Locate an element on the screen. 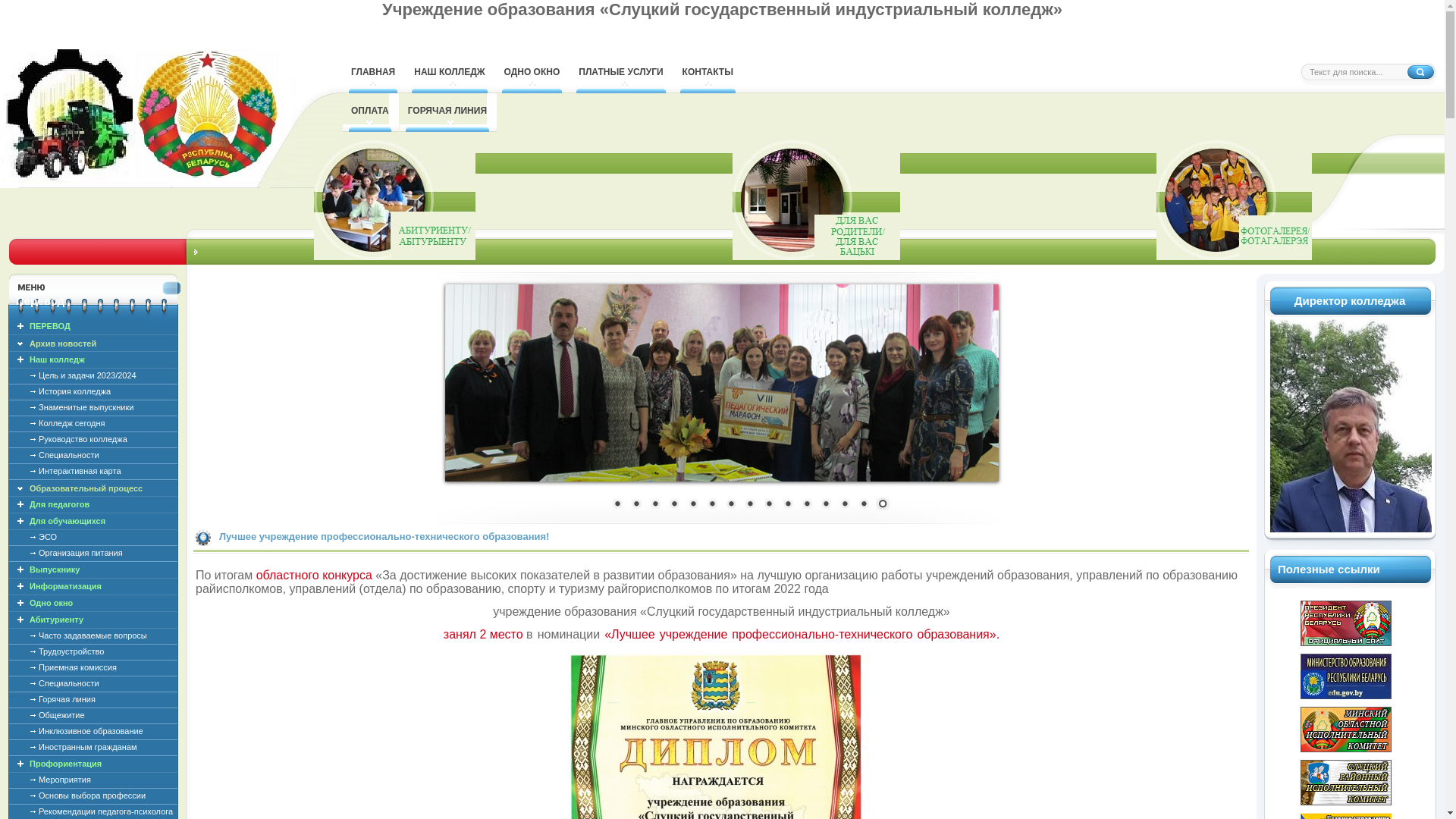 The image size is (1456, 819). '3' is located at coordinates (654, 505).